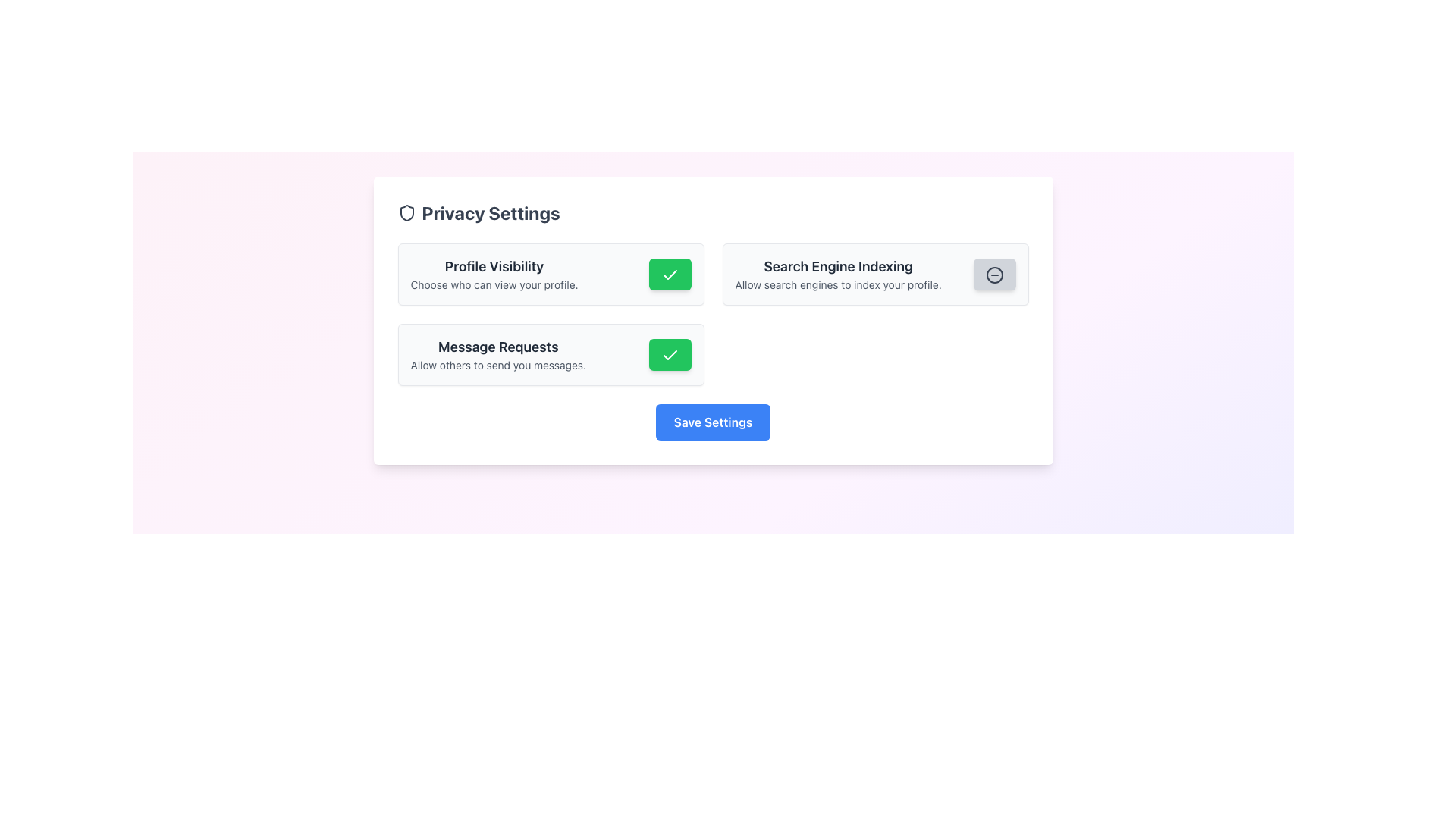 Image resolution: width=1456 pixels, height=819 pixels. What do you see at coordinates (550, 354) in the screenshot?
I see `the Informational section featuring the 'Message Requests' checkbox control` at bounding box center [550, 354].